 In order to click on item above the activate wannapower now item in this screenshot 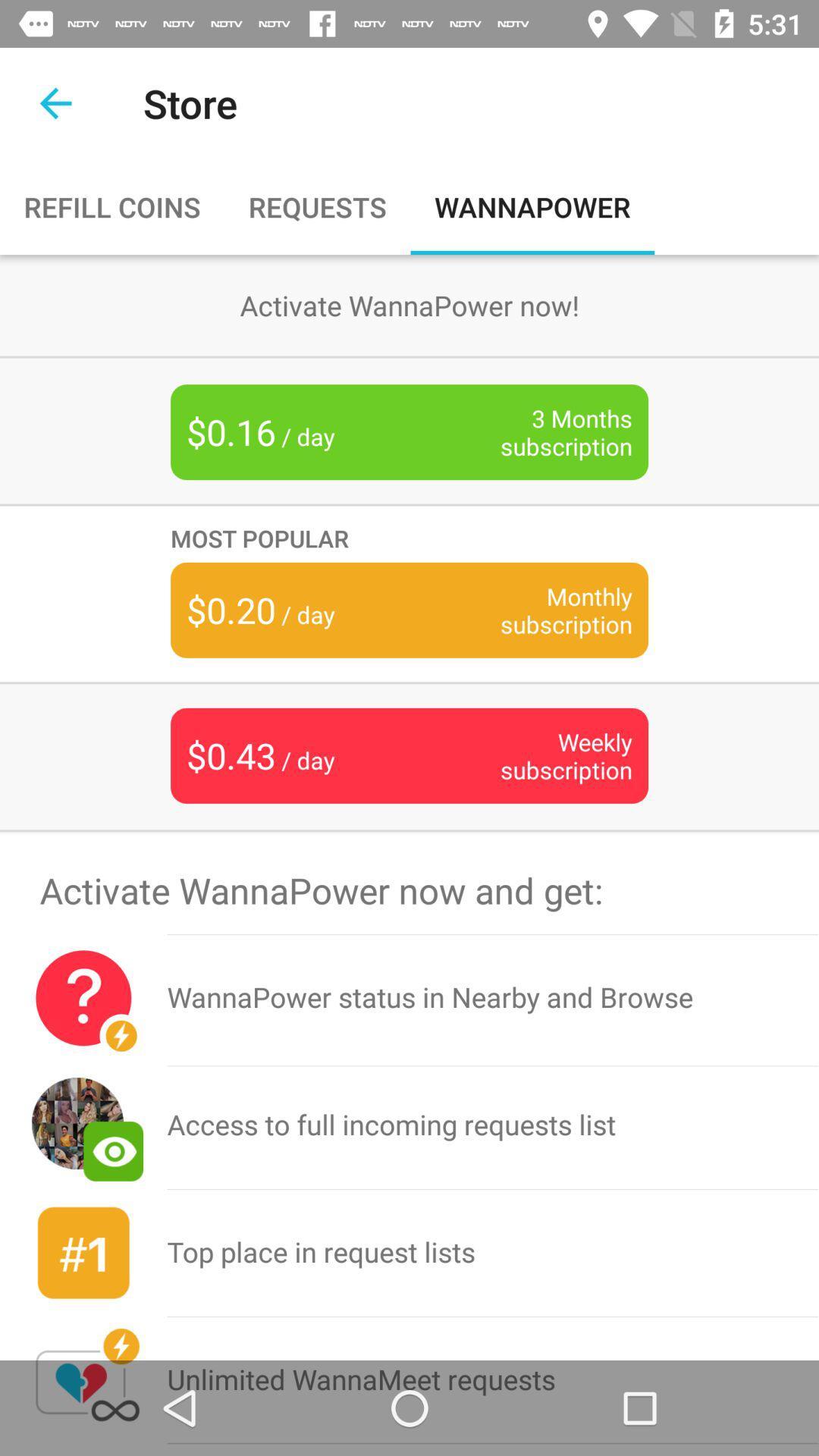, I will do `click(409, 830)`.